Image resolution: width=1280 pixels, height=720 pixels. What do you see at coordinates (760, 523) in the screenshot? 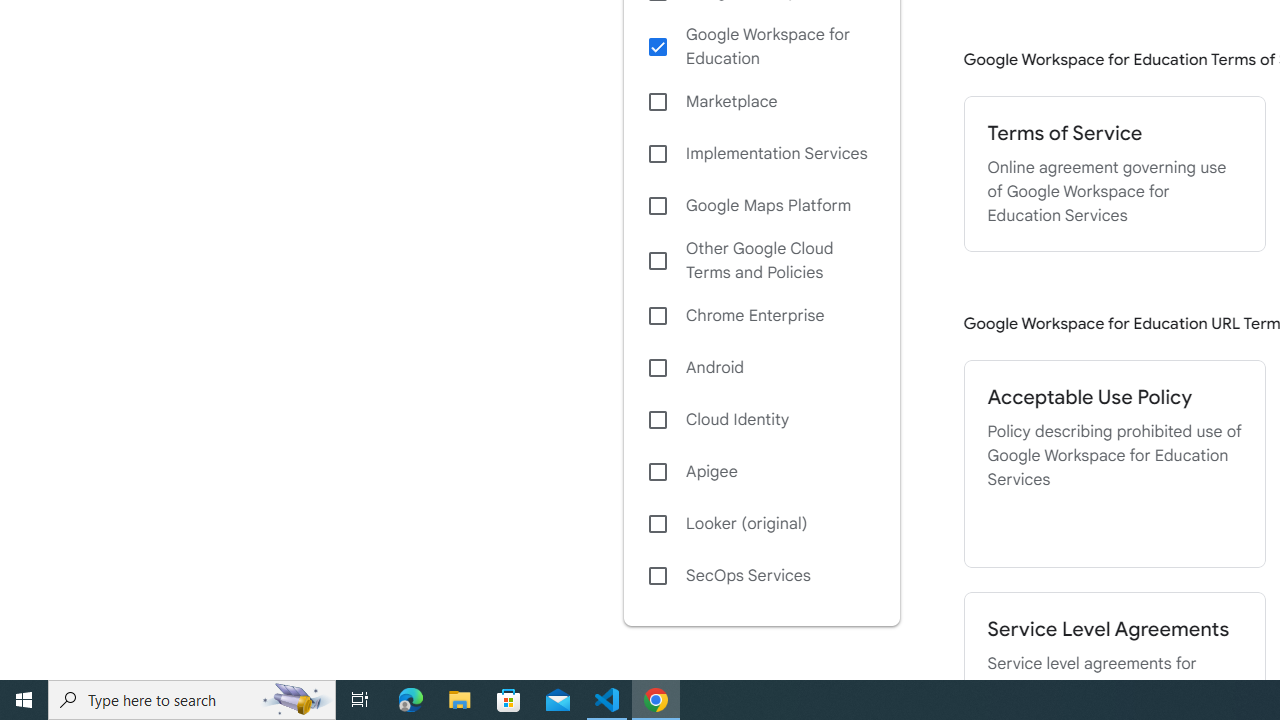
I see `'Looker (original)'` at bounding box center [760, 523].